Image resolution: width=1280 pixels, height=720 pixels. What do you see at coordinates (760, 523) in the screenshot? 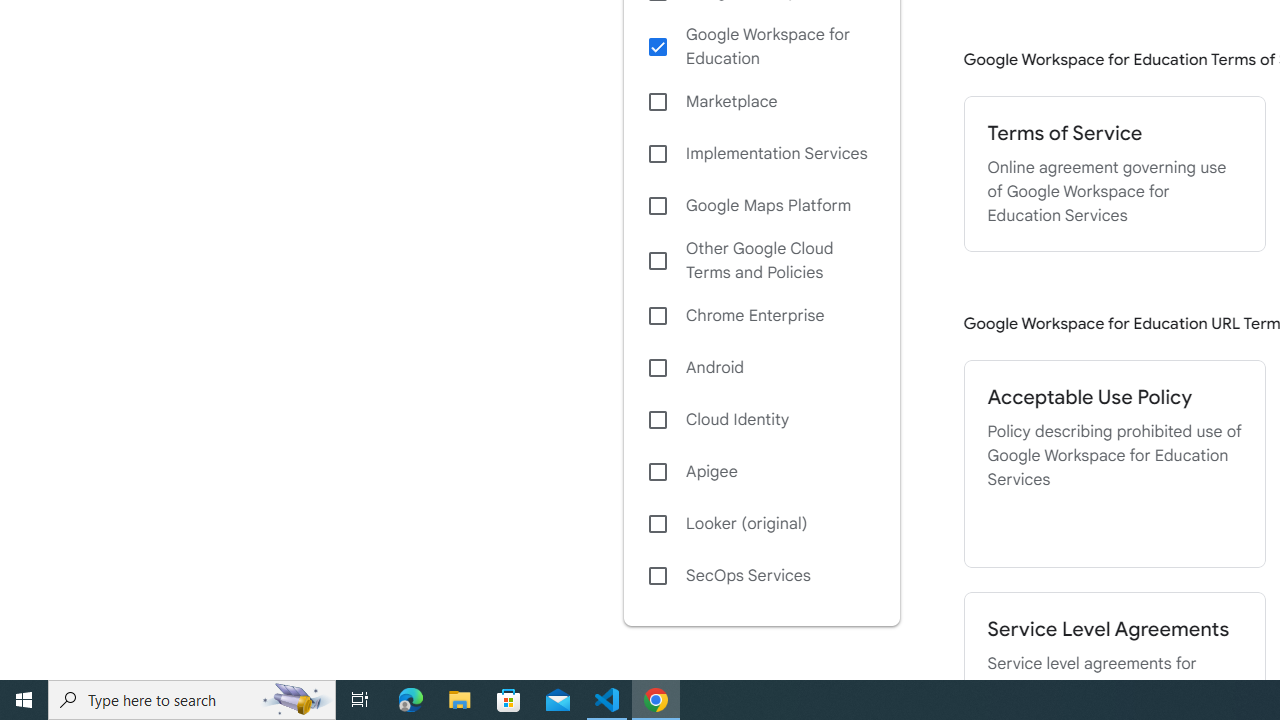
I see `'Looker (original)'` at bounding box center [760, 523].